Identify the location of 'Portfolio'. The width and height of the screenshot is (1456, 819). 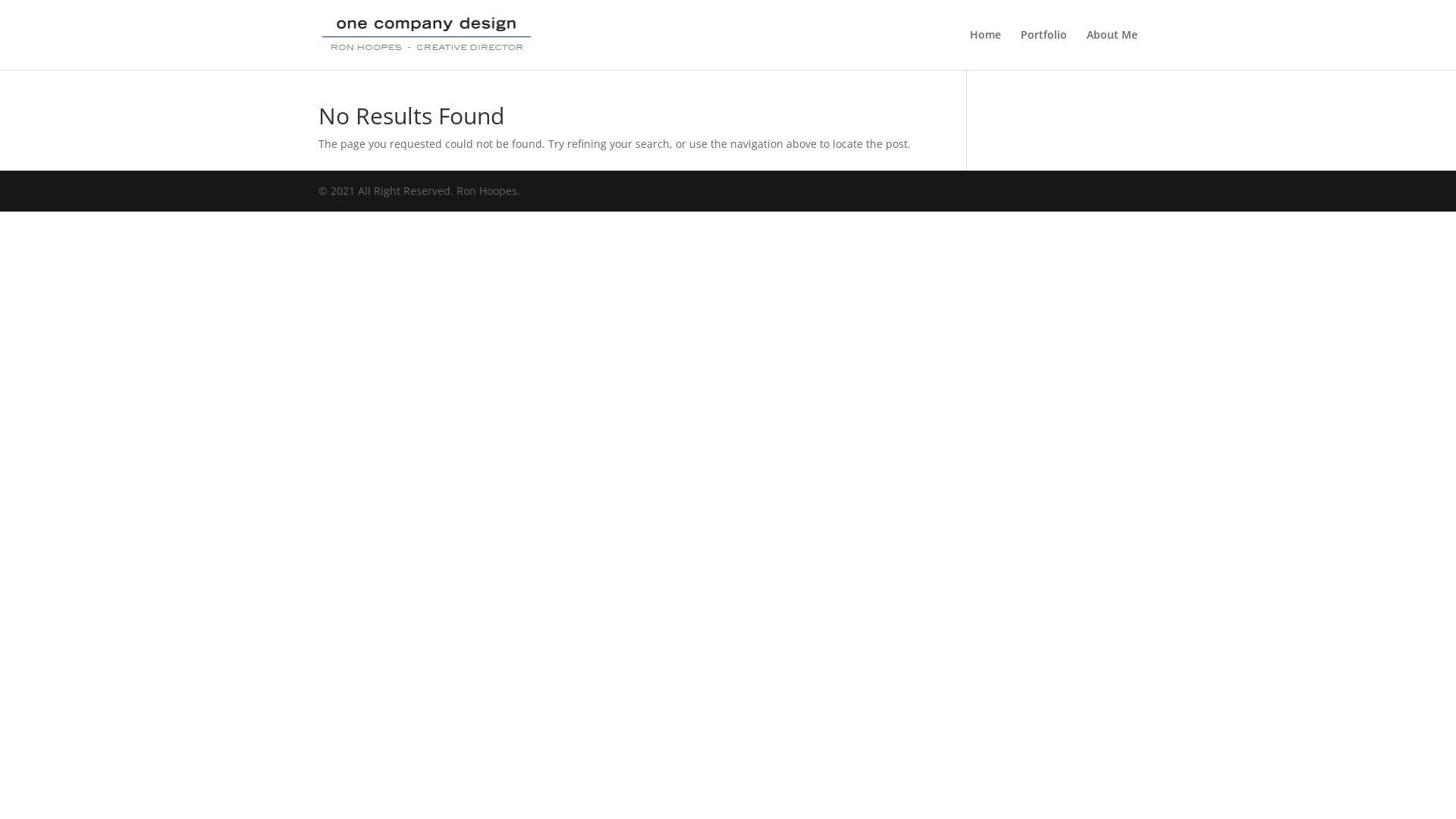
(1043, 49).